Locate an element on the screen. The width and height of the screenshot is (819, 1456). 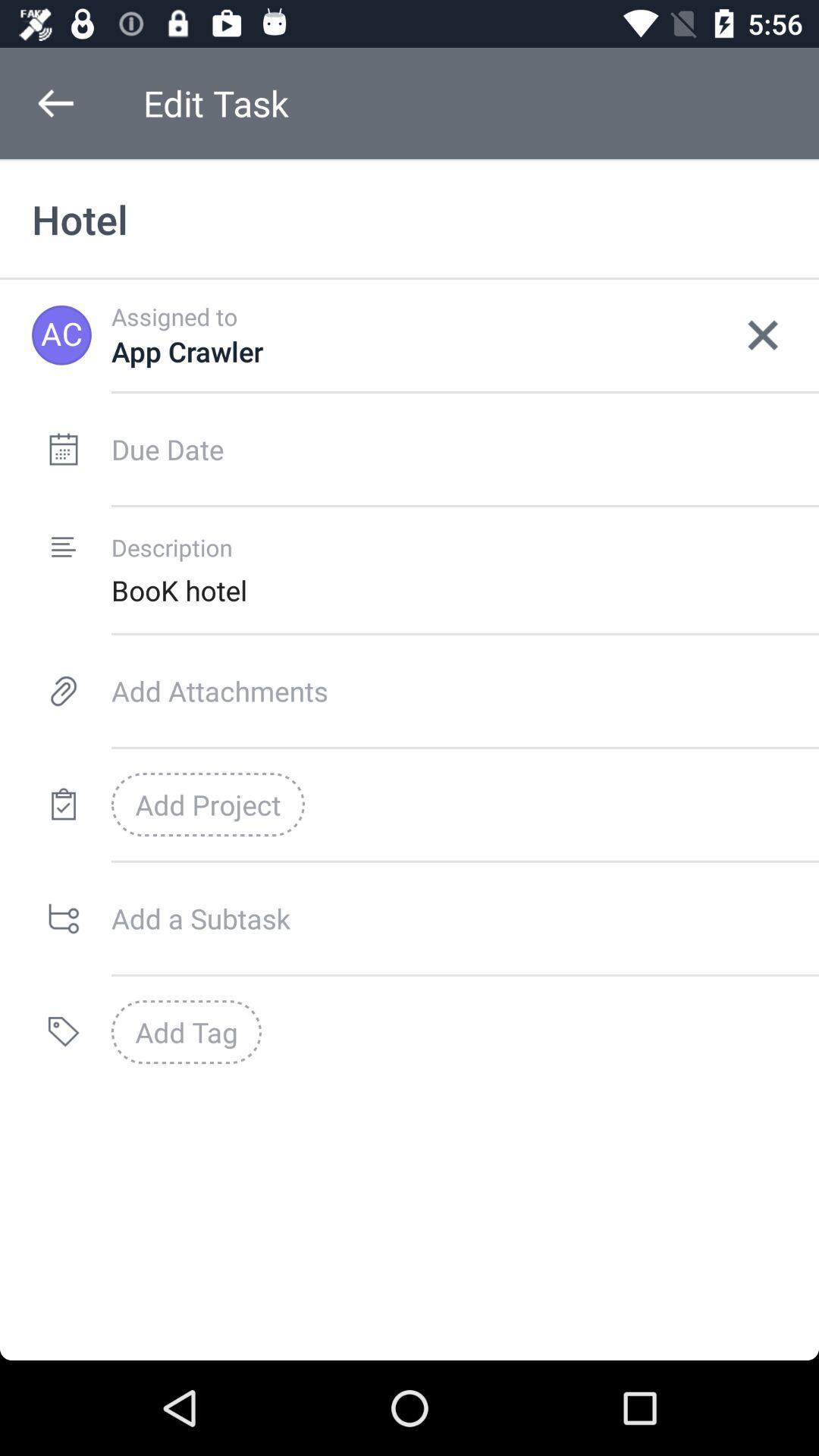
in box add a subtask enter the subtask text is located at coordinates (464, 918).